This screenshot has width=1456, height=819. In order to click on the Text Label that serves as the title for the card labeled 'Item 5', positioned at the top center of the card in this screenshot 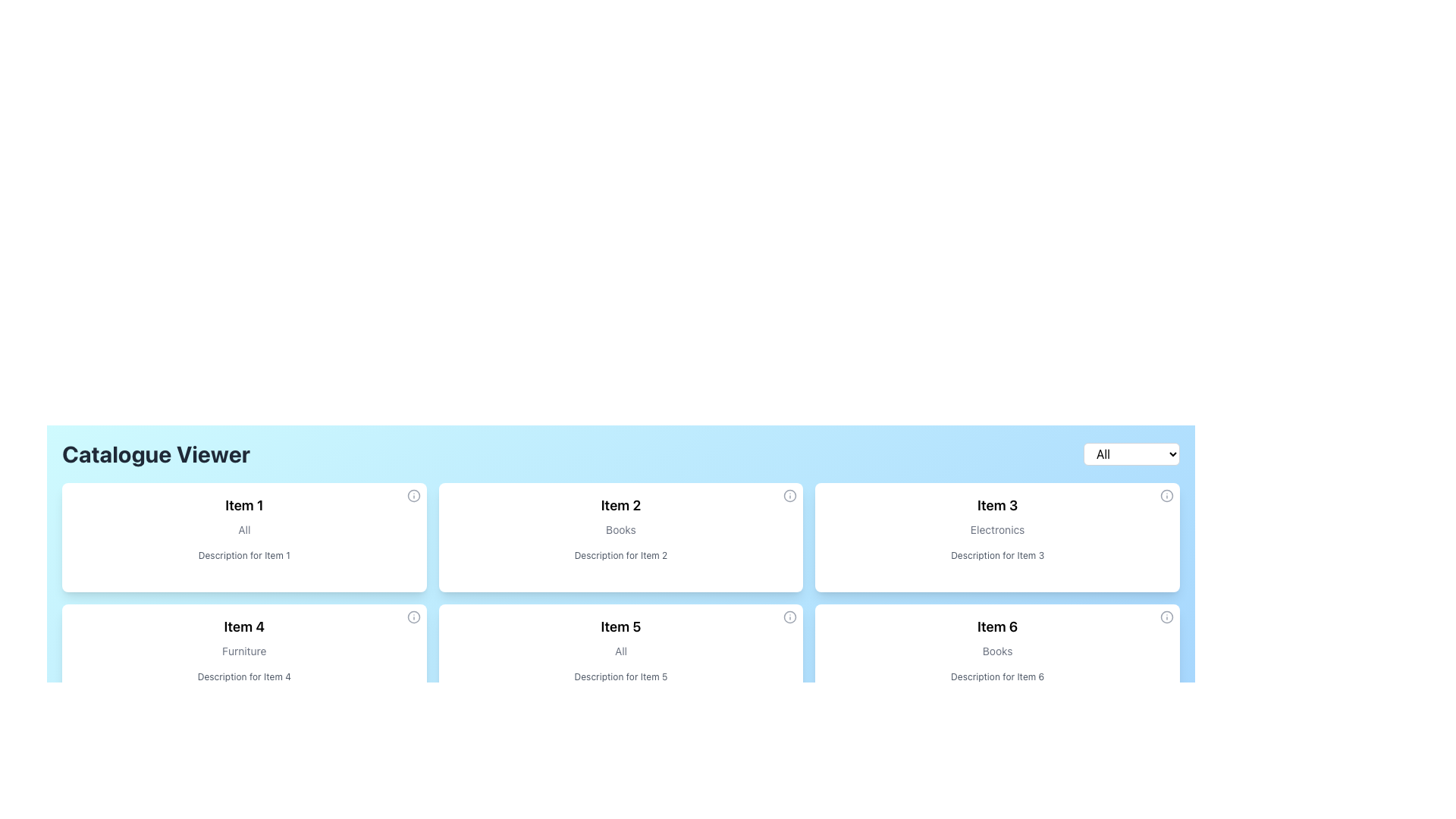, I will do `click(621, 626)`.